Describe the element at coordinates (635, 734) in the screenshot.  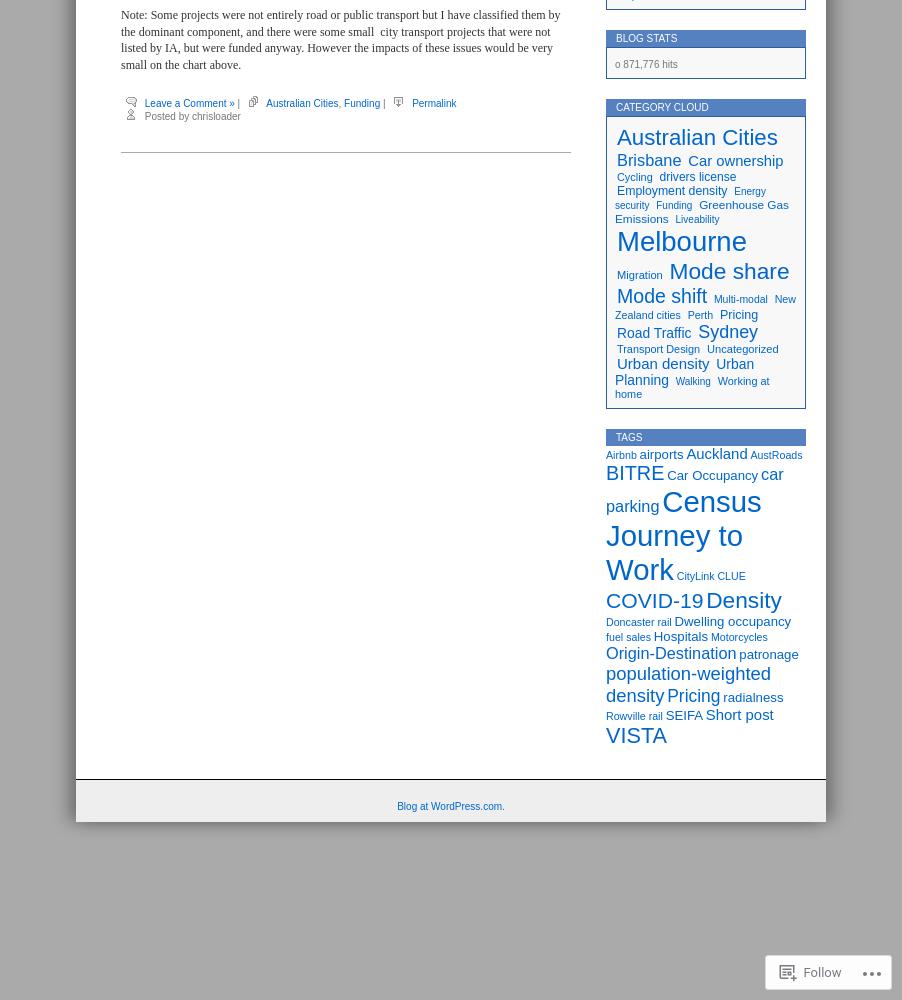
I see `'VISTA'` at that location.